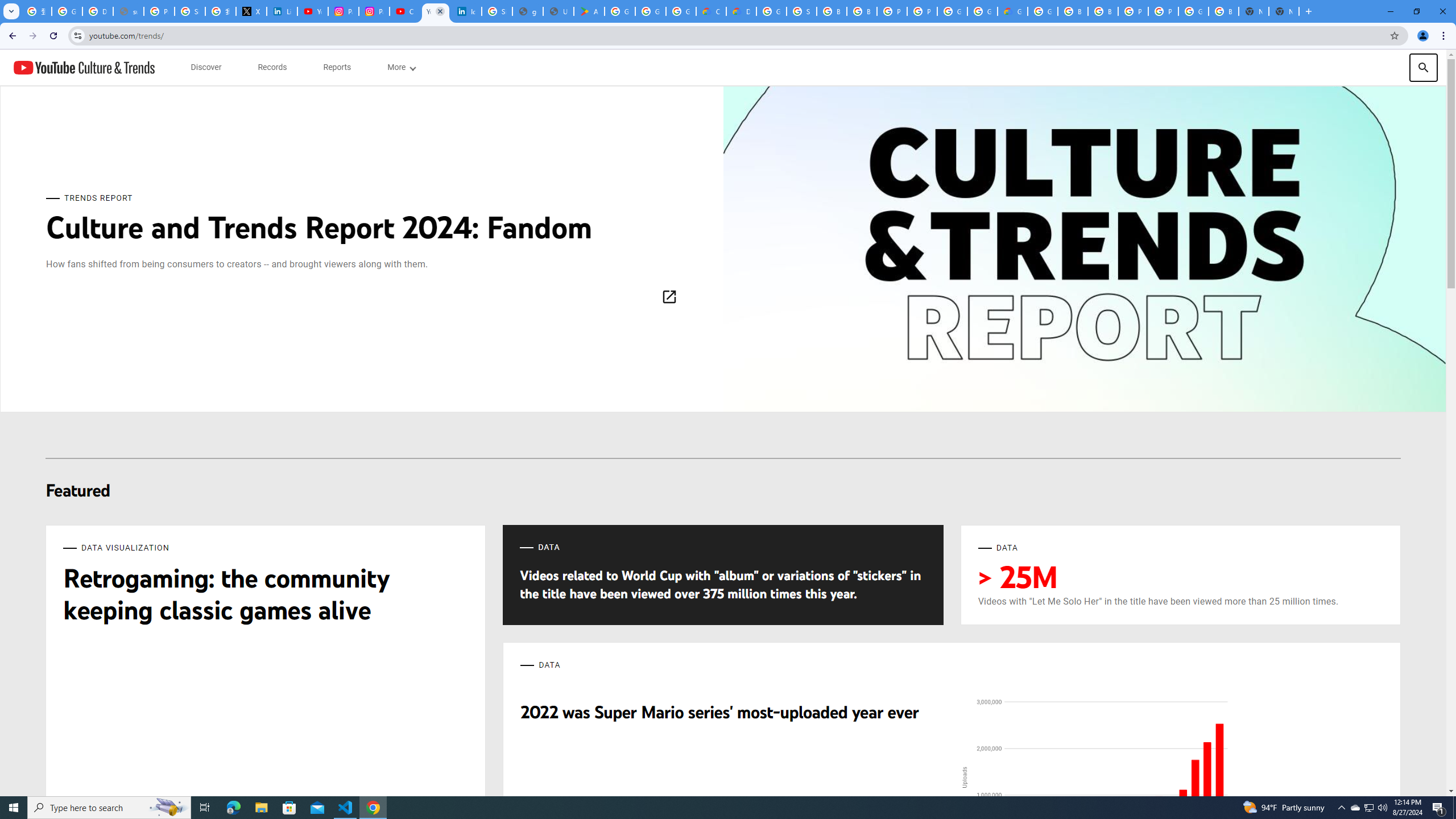 The image size is (1456, 819). What do you see at coordinates (1284, 11) in the screenshot?
I see `'New Tab'` at bounding box center [1284, 11].